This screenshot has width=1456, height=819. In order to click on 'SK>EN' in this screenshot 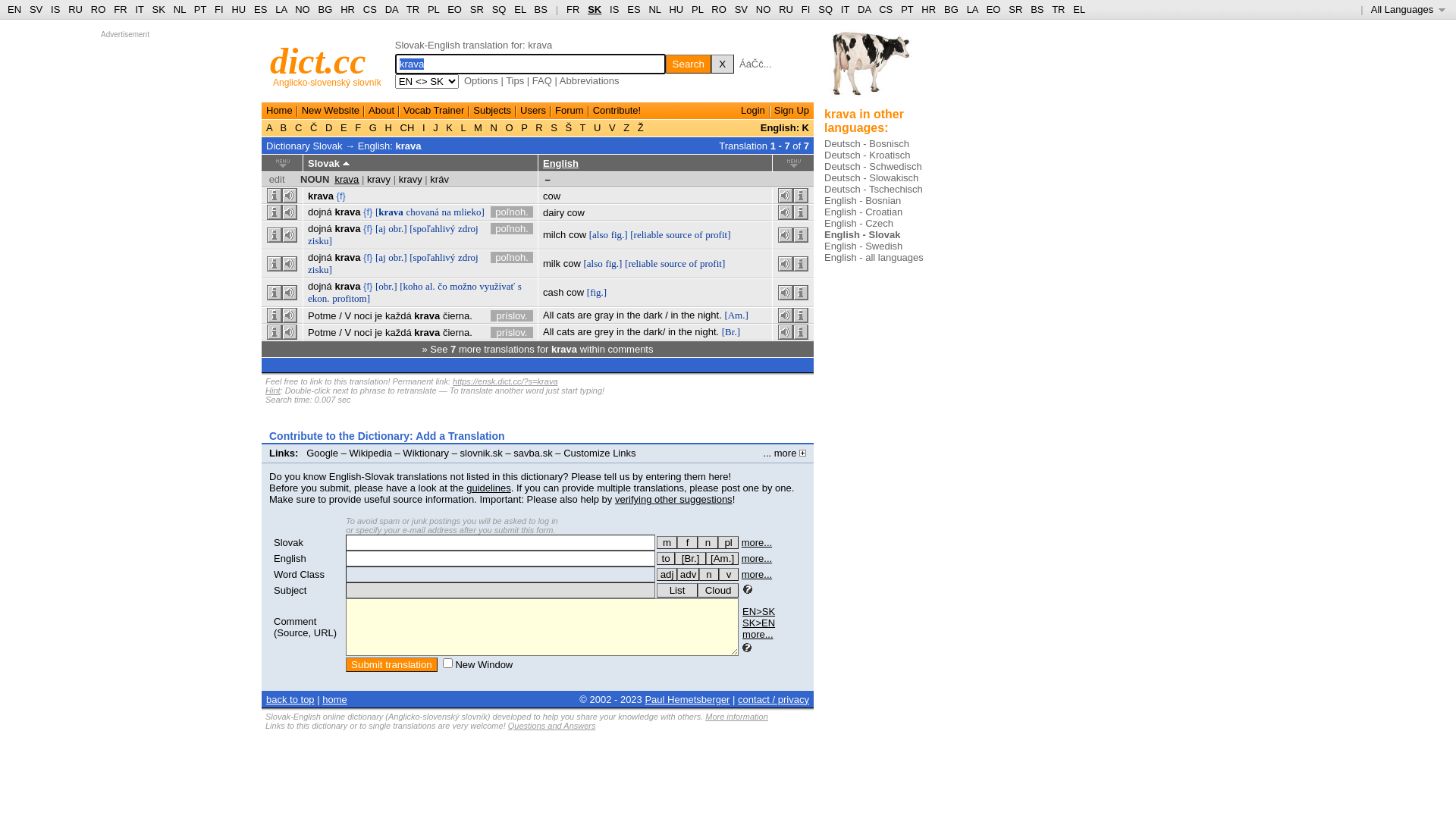, I will do `click(742, 623)`.